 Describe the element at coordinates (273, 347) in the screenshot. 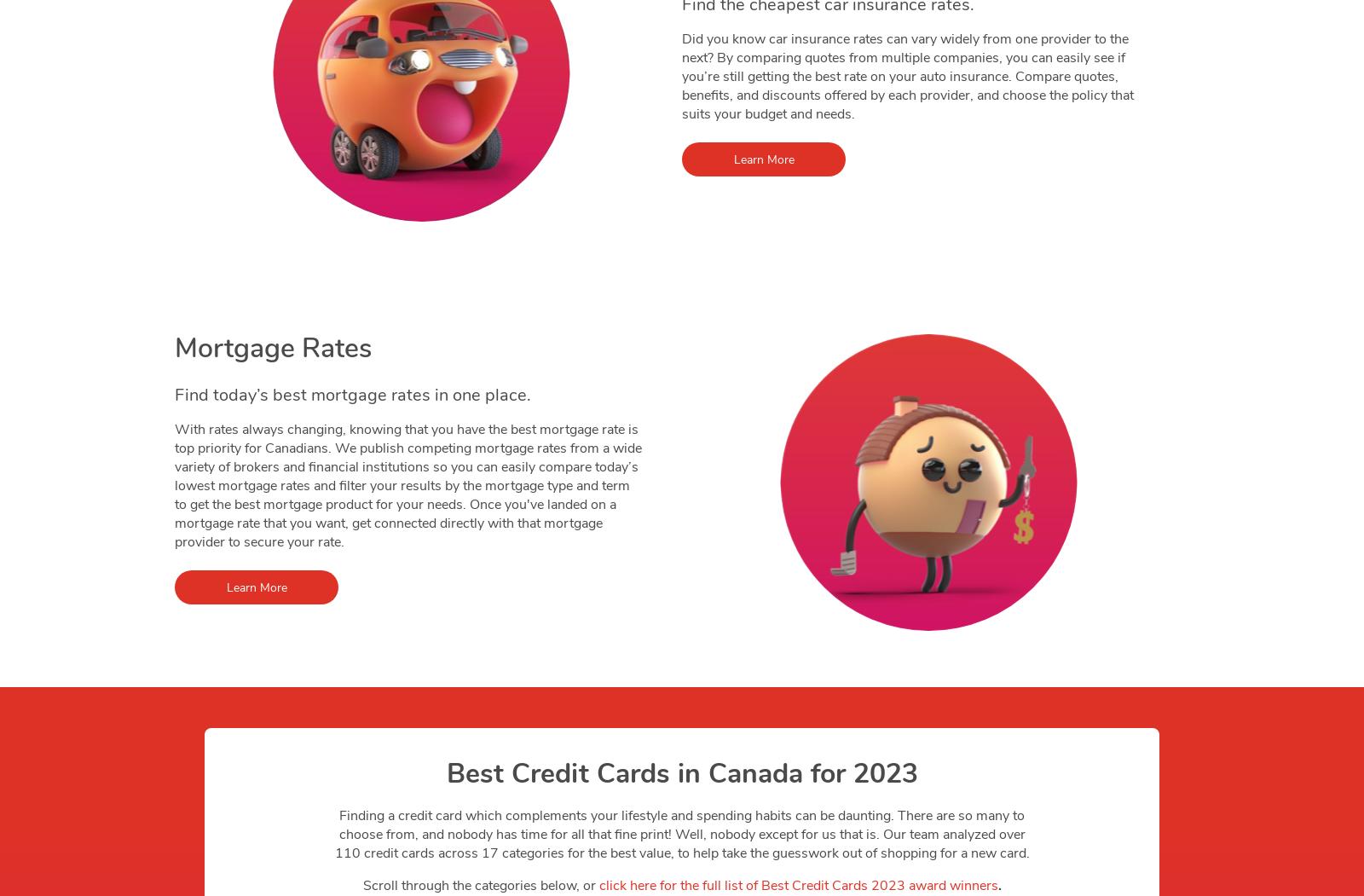

I see `'Mortgage Rates'` at that location.